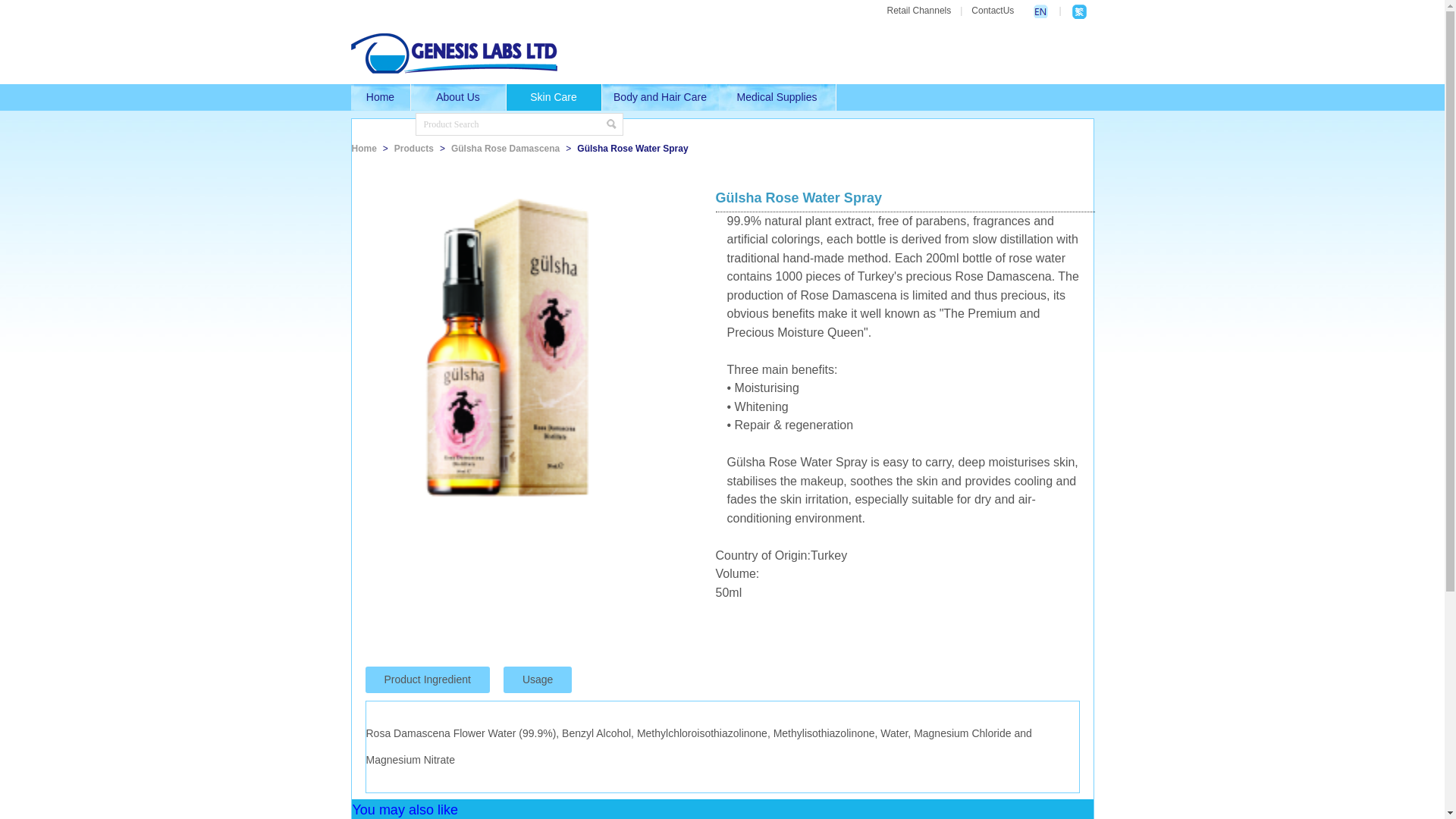 This screenshot has height=819, width=1456. Describe the element at coordinates (993, 11) in the screenshot. I see `'ContactUs'` at that location.